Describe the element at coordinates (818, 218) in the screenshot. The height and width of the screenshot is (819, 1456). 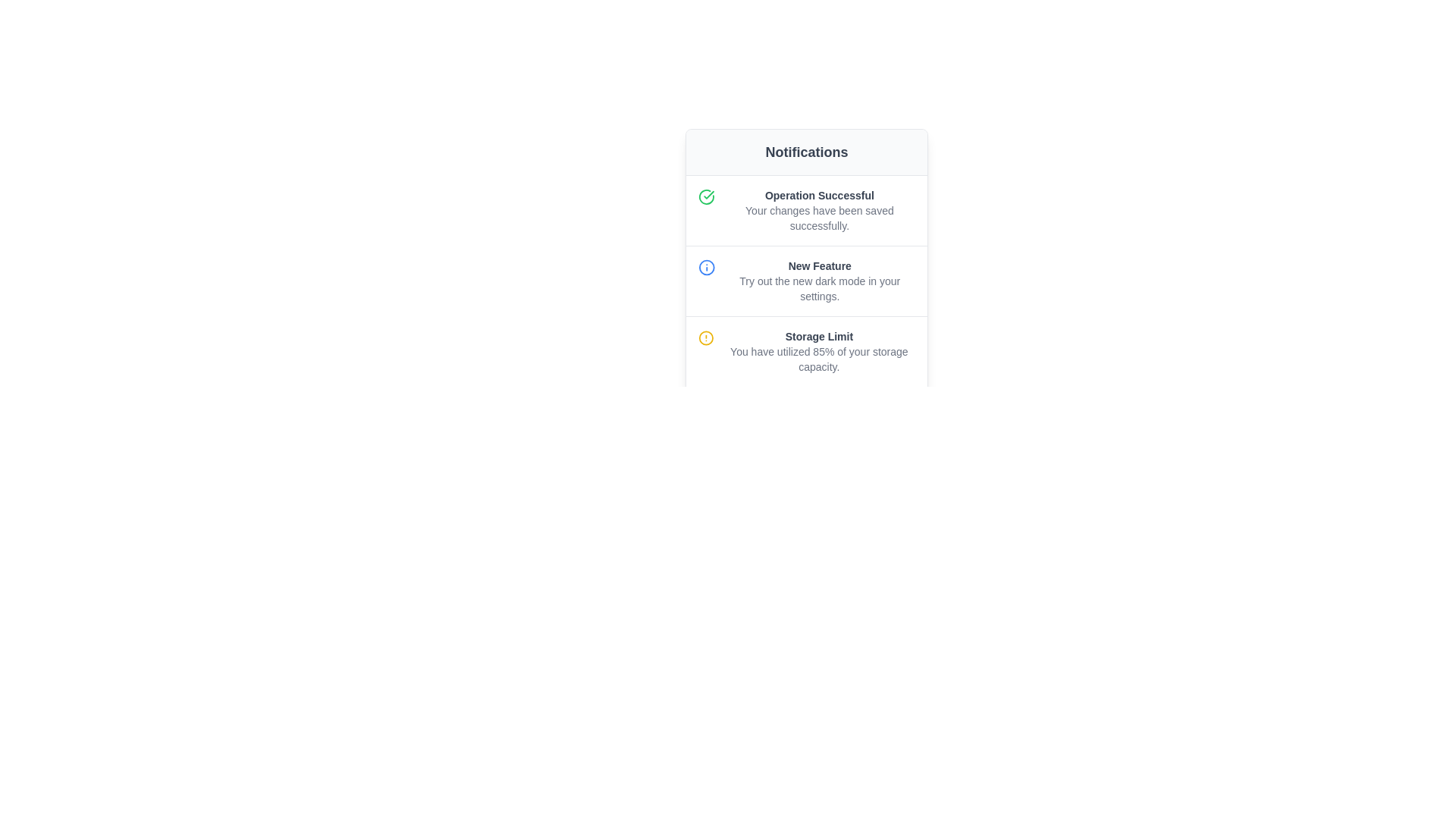
I see `the success message text element located under the header 'Operation Successful' in the notification card` at that location.